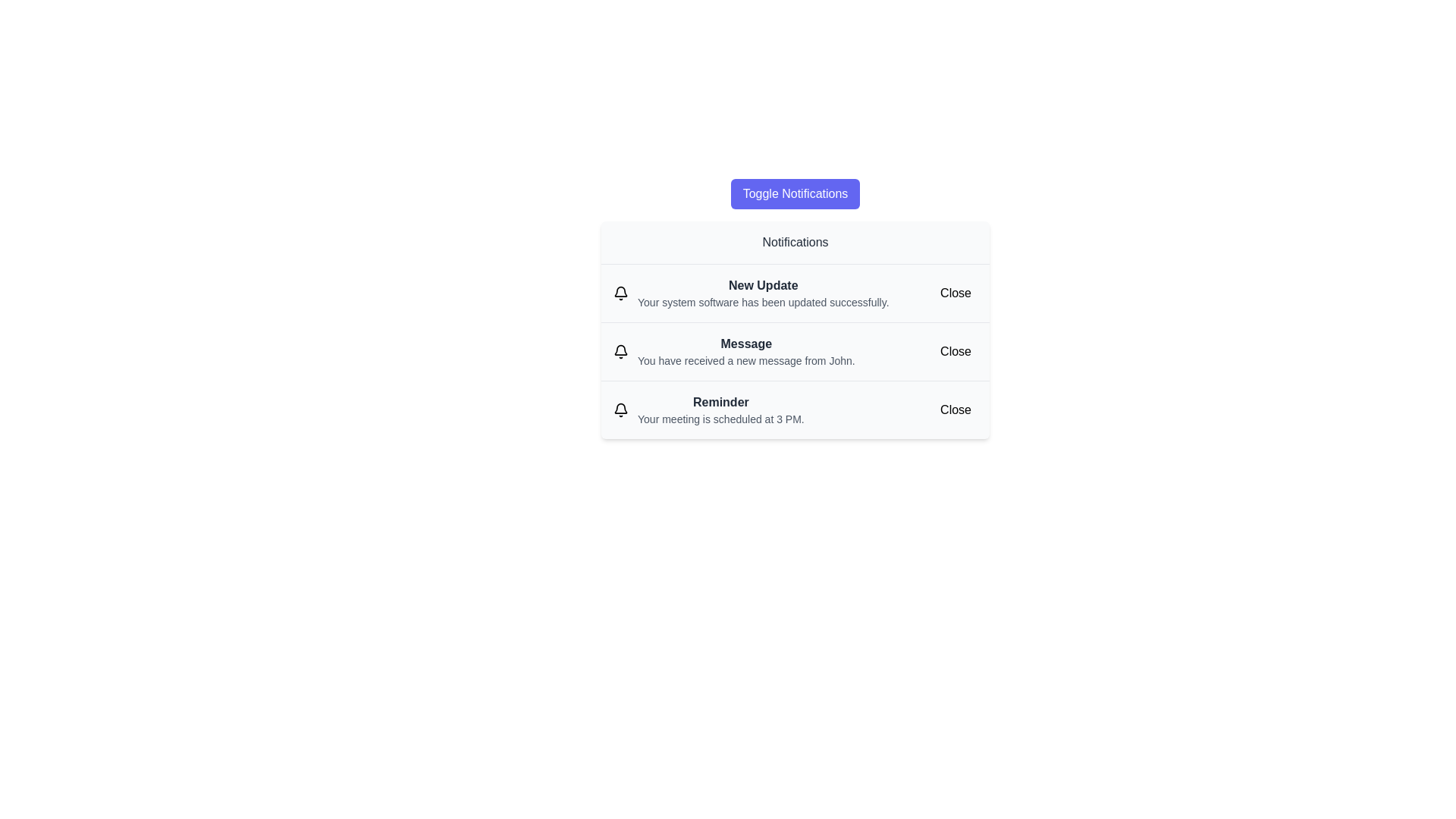 The width and height of the screenshot is (1456, 819). Describe the element at coordinates (795, 351) in the screenshot. I see `the Notification item that contains the bold headline 'Message' and the text 'You have received a new message from John.'` at that location.